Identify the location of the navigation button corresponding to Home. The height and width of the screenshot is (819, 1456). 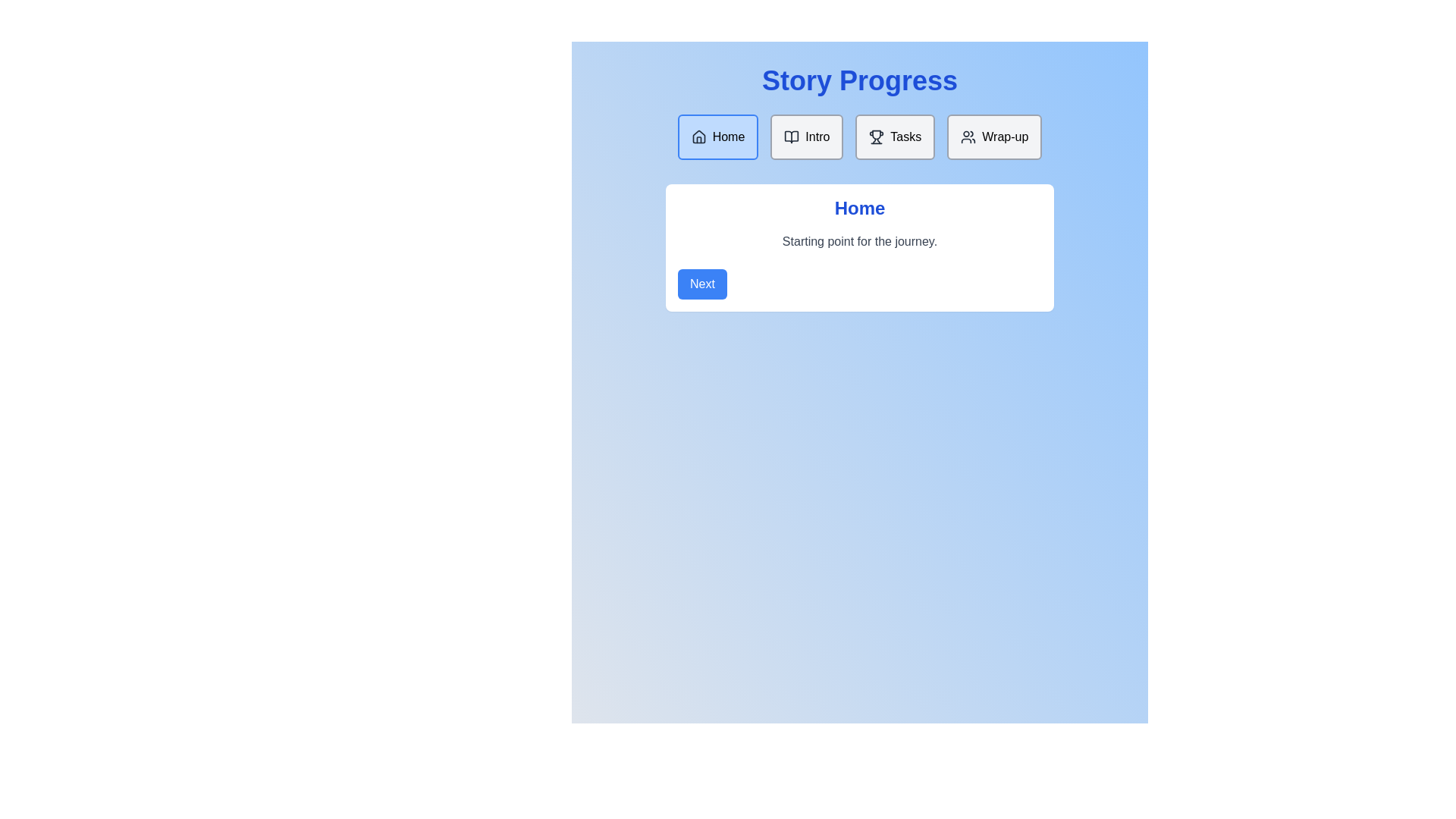
(717, 137).